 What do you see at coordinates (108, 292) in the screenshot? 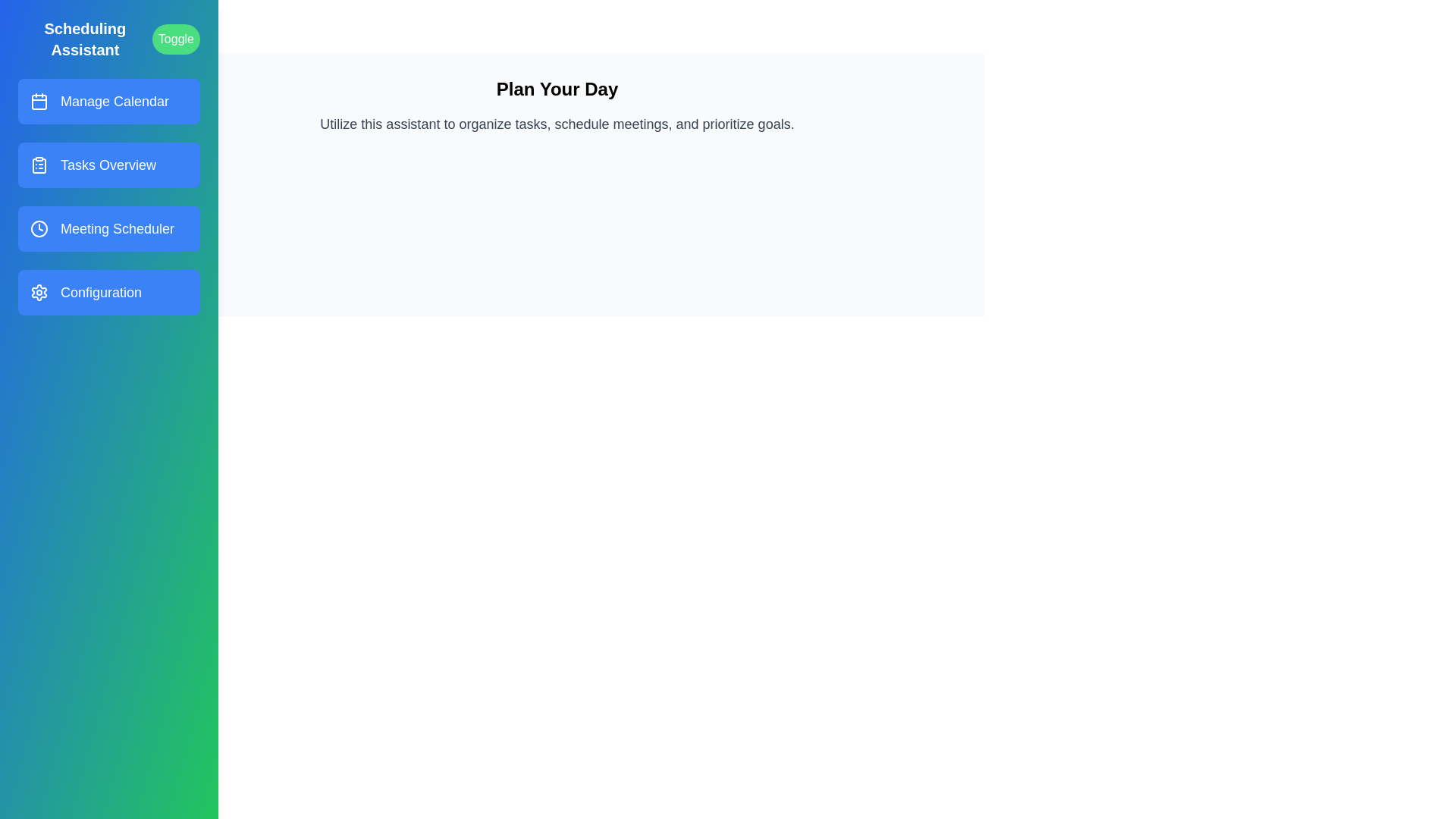
I see `the menu item corresponding to Configuration` at bounding box center [108, 292].